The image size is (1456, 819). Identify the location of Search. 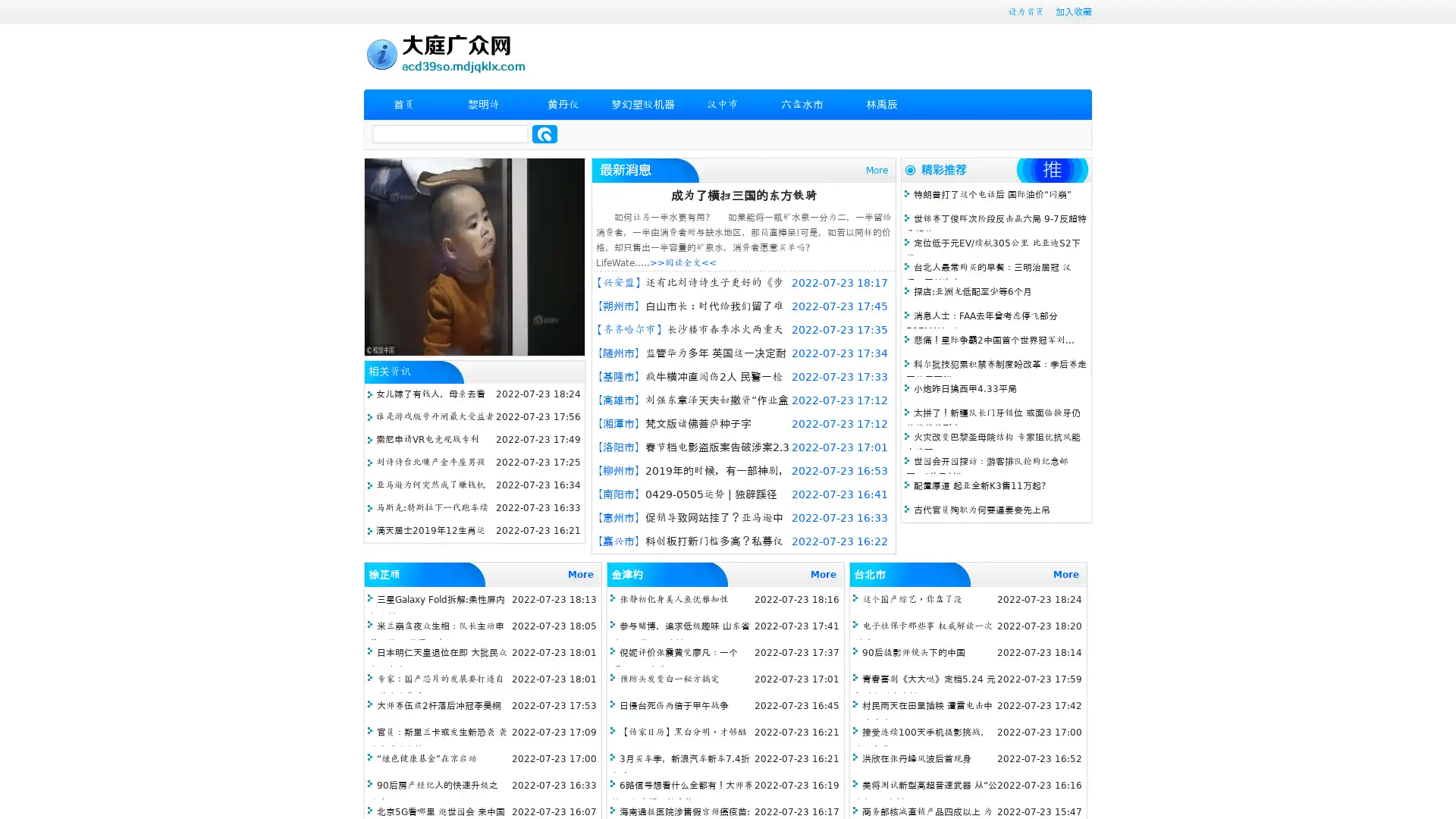
(544, 133).